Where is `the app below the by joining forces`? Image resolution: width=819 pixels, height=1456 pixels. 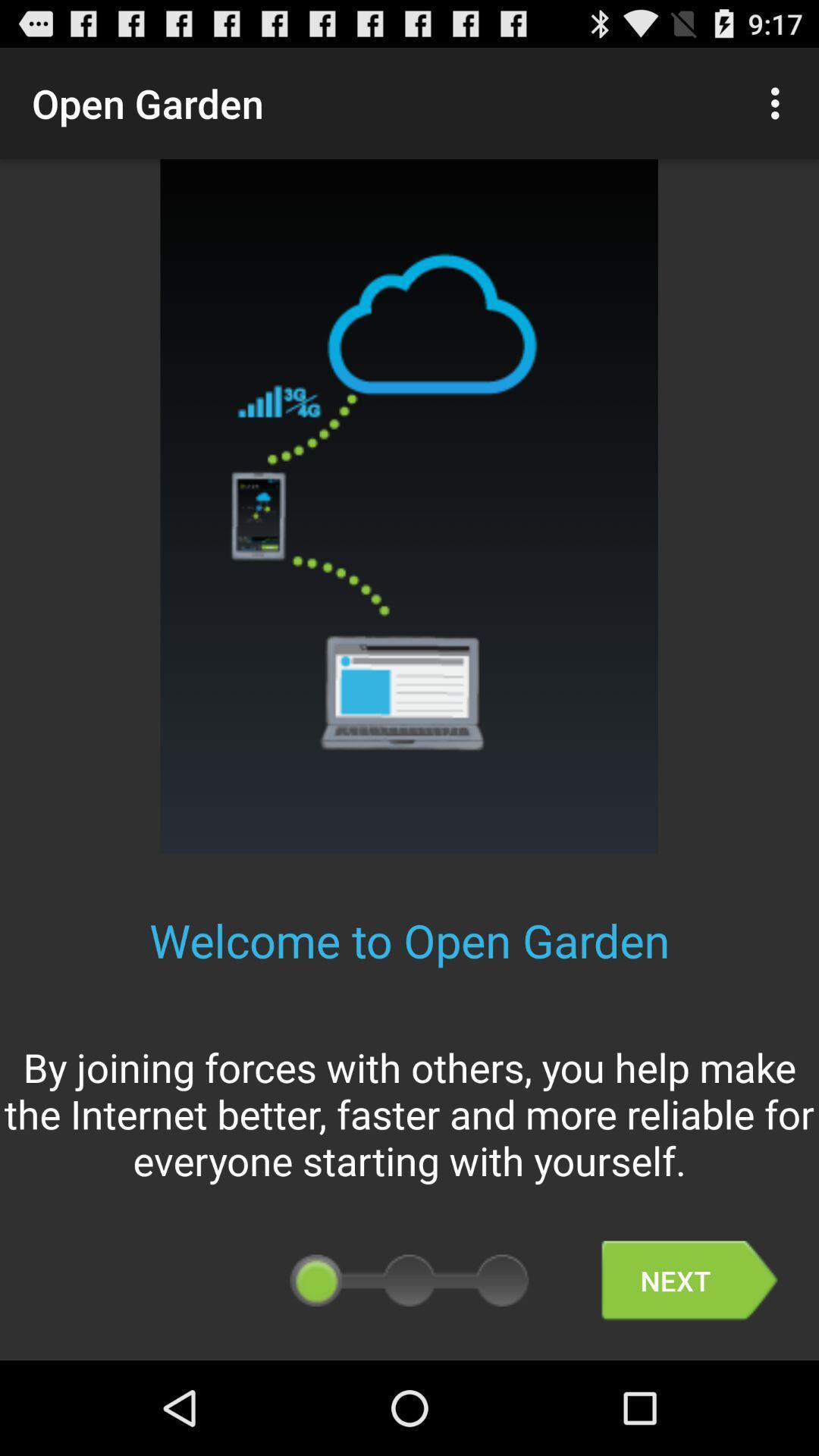 the app below the by joining forces is located at coordinates (689, 1280).